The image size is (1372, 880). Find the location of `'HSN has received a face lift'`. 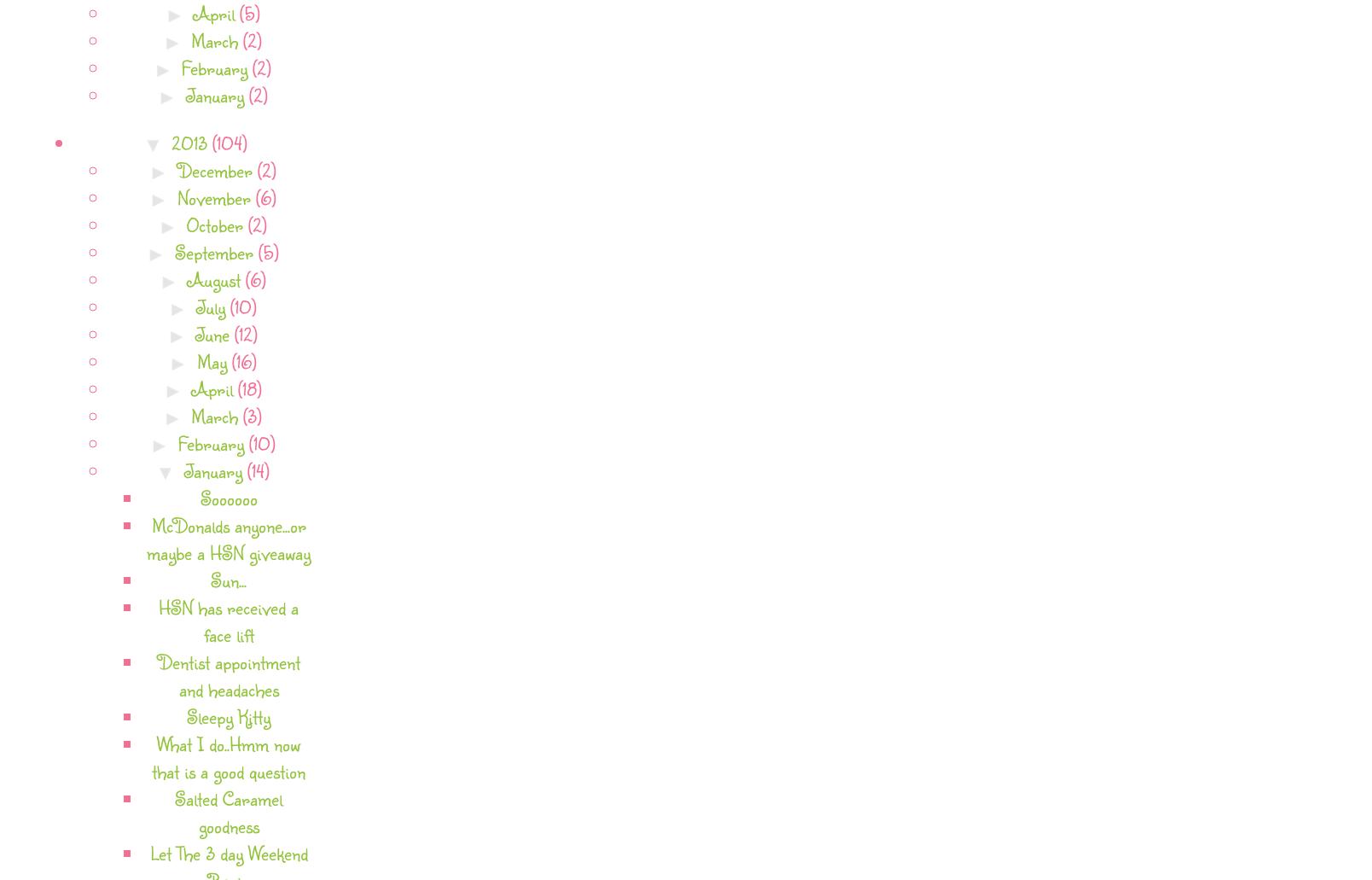

'HSN has received a face lift' is located at coordinates (229, 619).